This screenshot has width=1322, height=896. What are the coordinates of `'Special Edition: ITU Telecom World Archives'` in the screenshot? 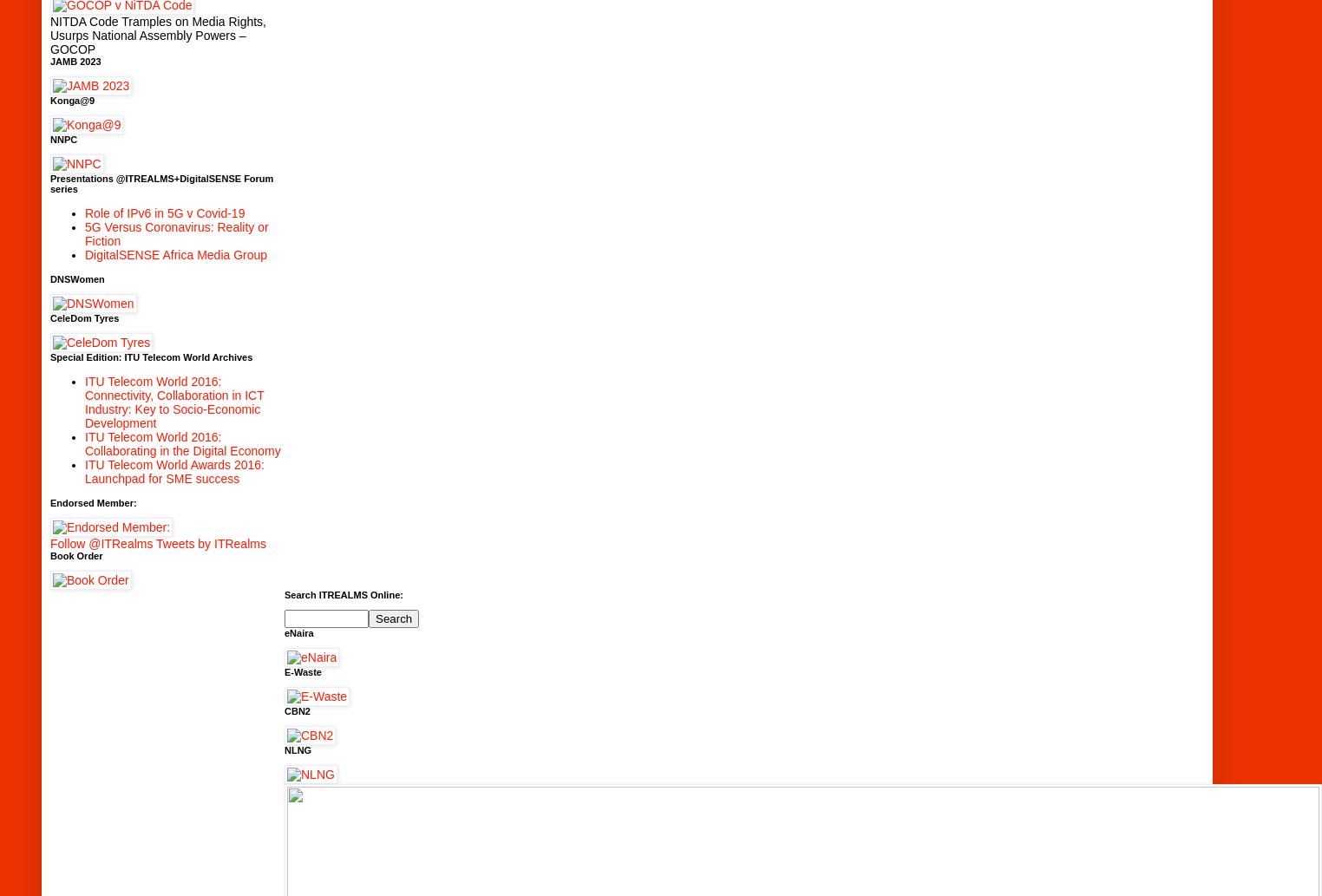 It's located at (150, 356).